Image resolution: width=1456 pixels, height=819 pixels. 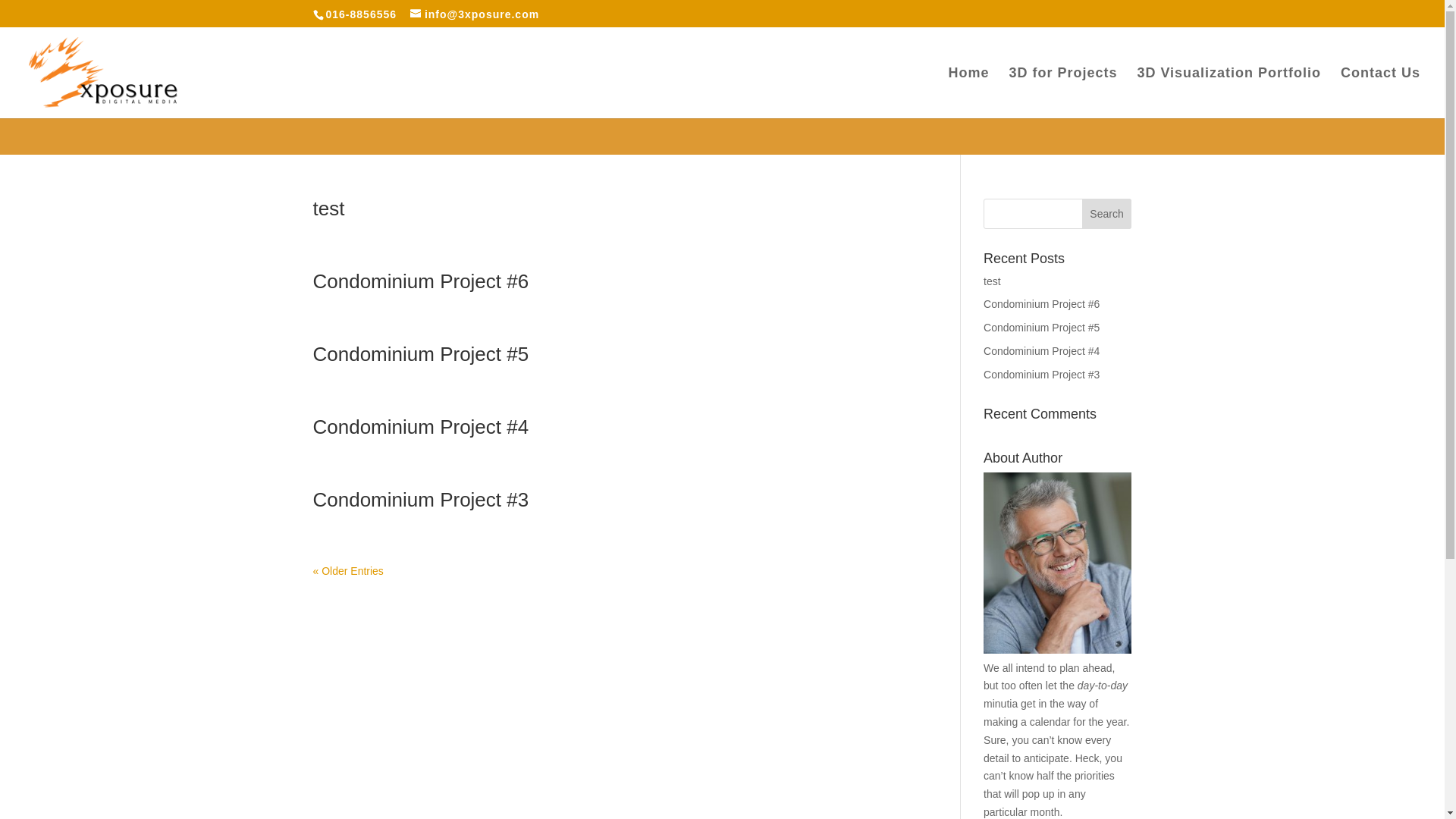 I want to click on 'Contact Us', so click(x=1380, y=93).